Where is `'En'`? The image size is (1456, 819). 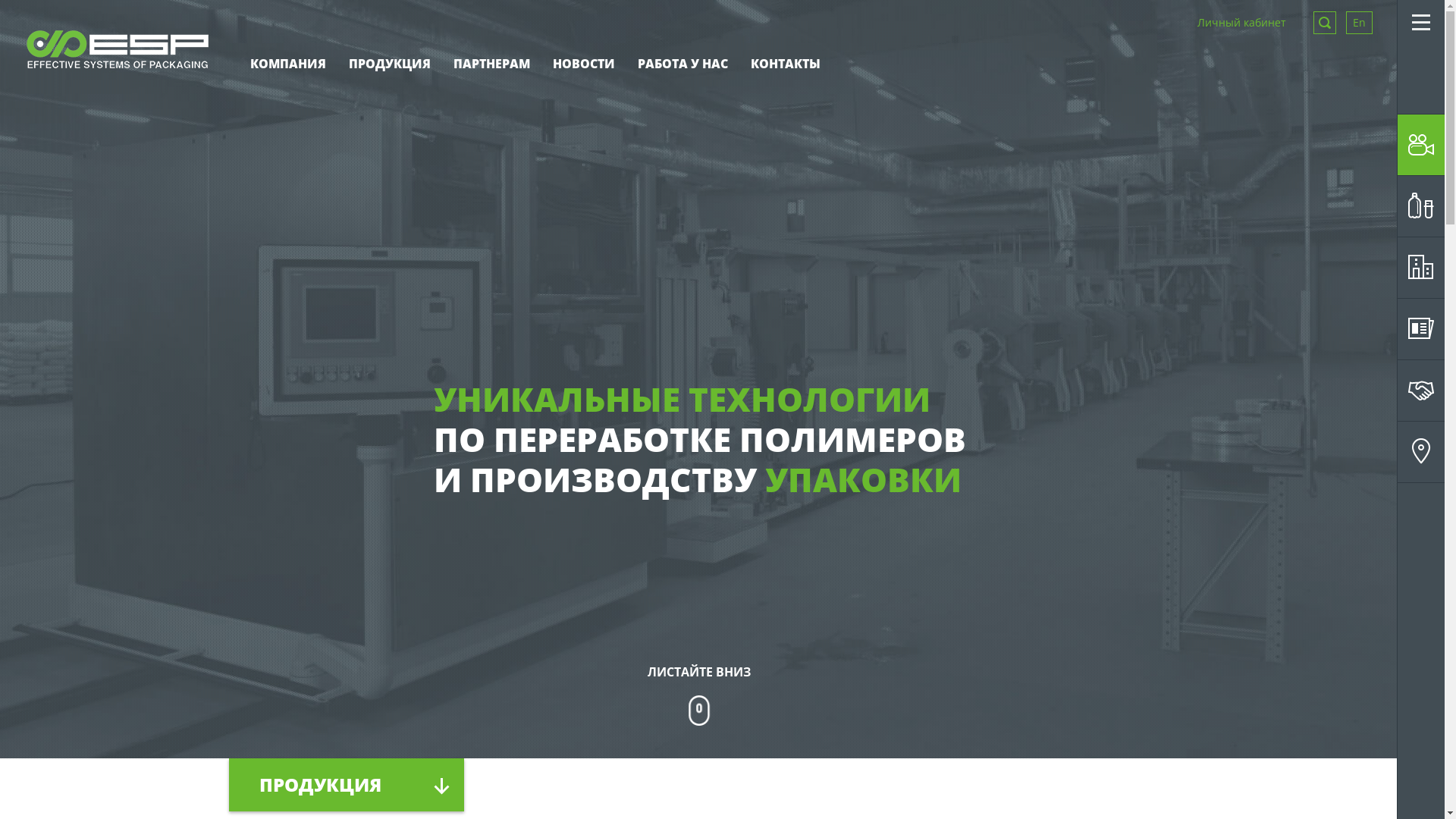
'En' is located at coordinates (1359, 23).